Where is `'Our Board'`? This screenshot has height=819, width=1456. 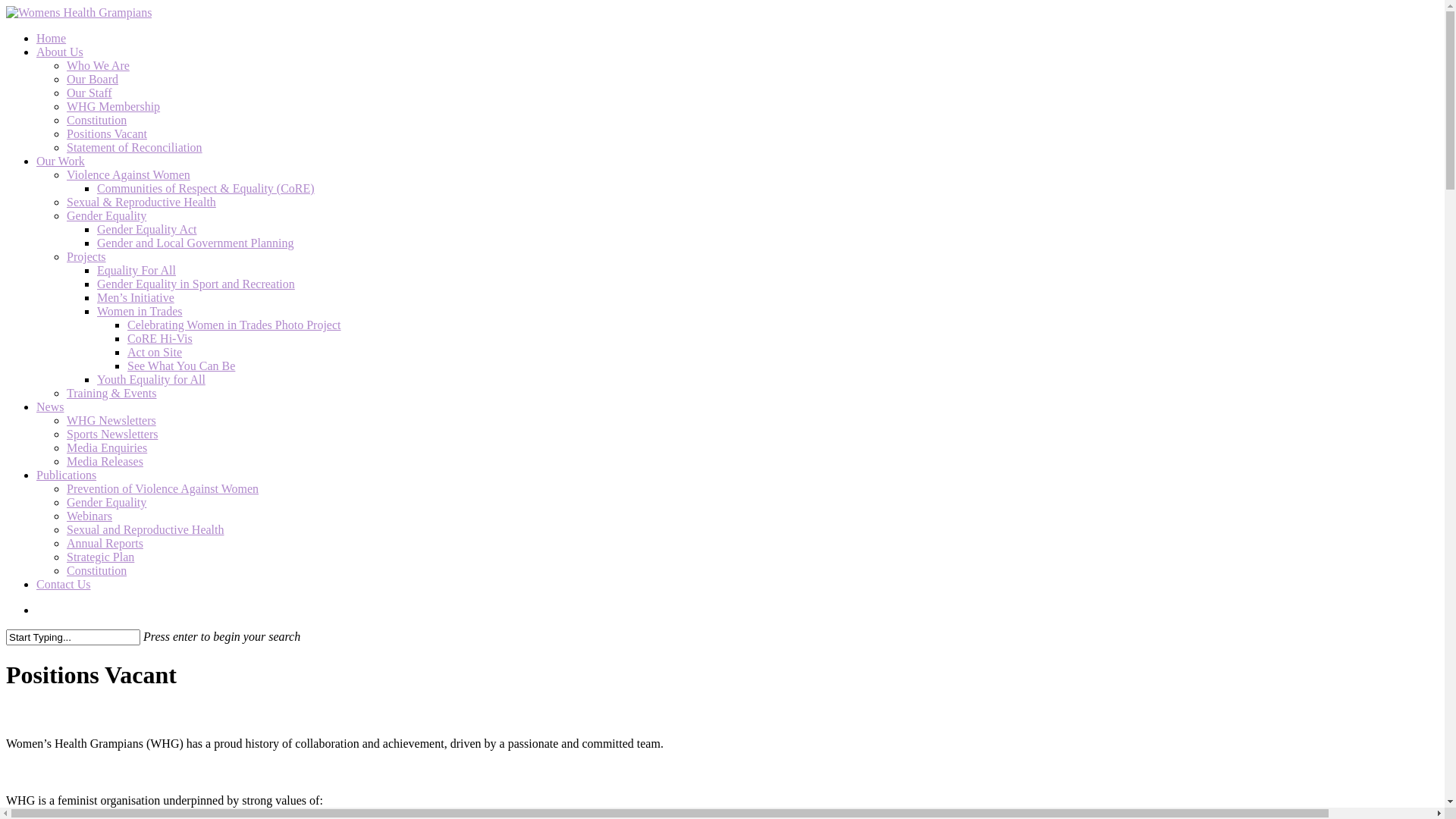
'Our Board' is located at coordinates (91, 79).